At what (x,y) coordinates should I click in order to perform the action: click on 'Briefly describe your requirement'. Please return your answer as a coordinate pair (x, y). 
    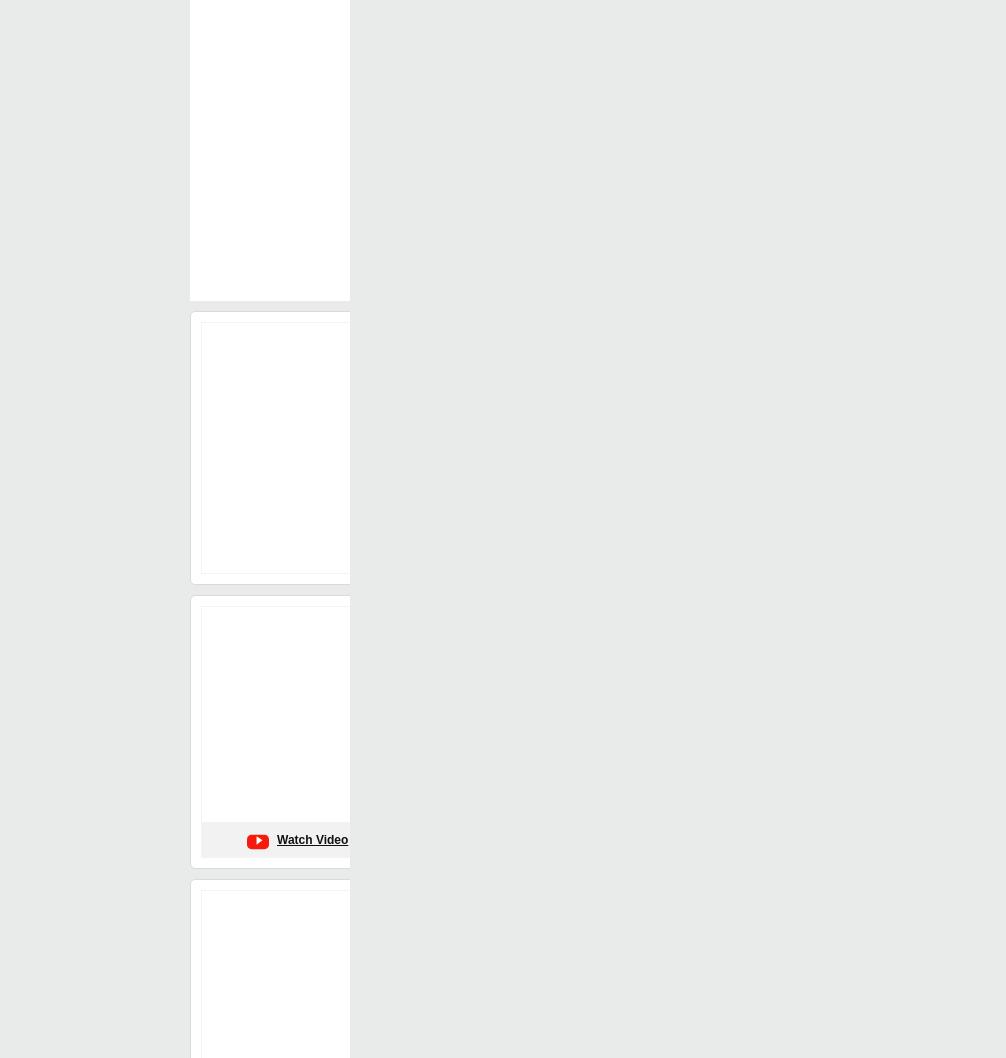
    Looking at the image, I should click on (282, 273).